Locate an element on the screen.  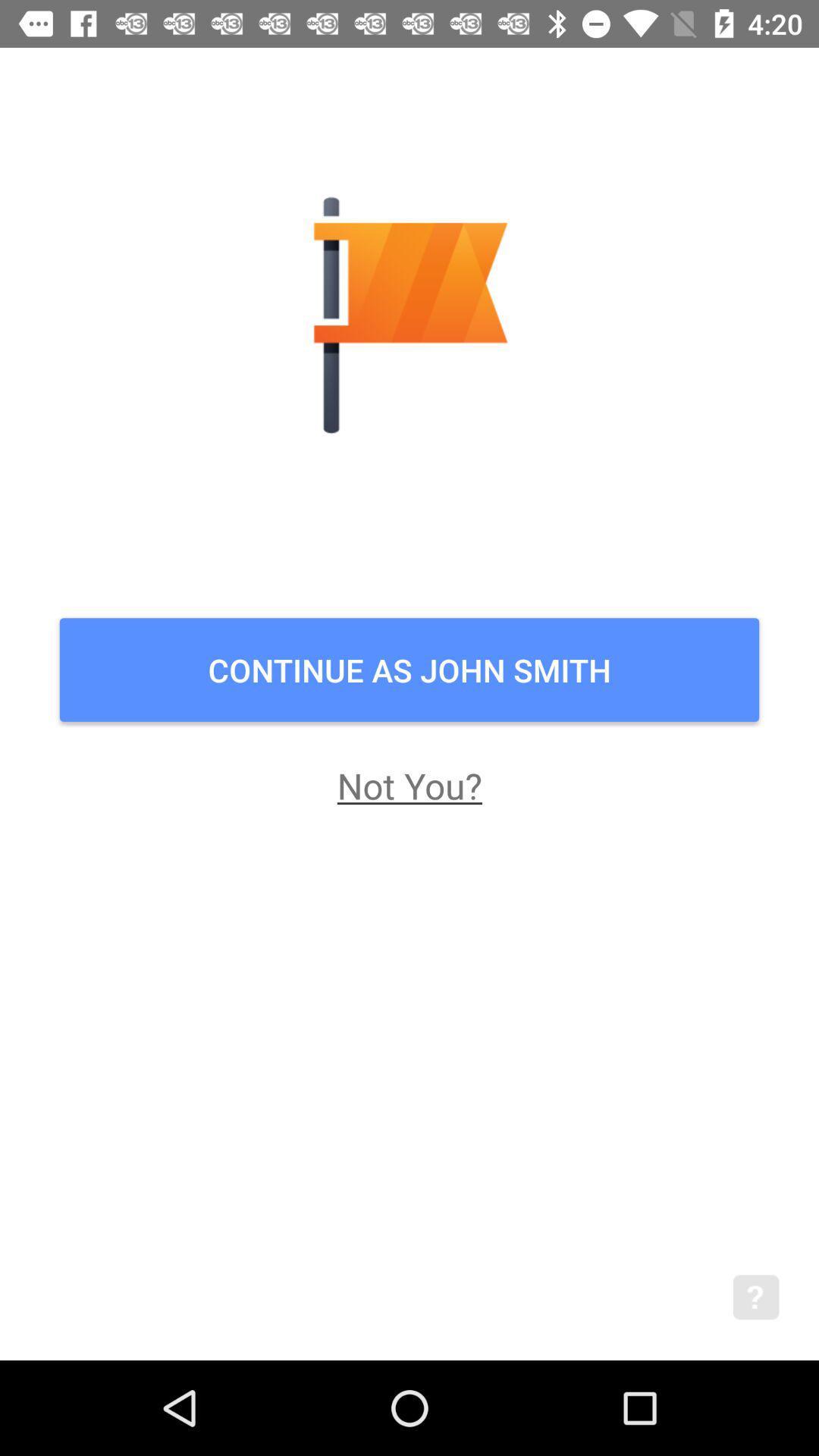
the help icon is located at coordinates (776, 1316).